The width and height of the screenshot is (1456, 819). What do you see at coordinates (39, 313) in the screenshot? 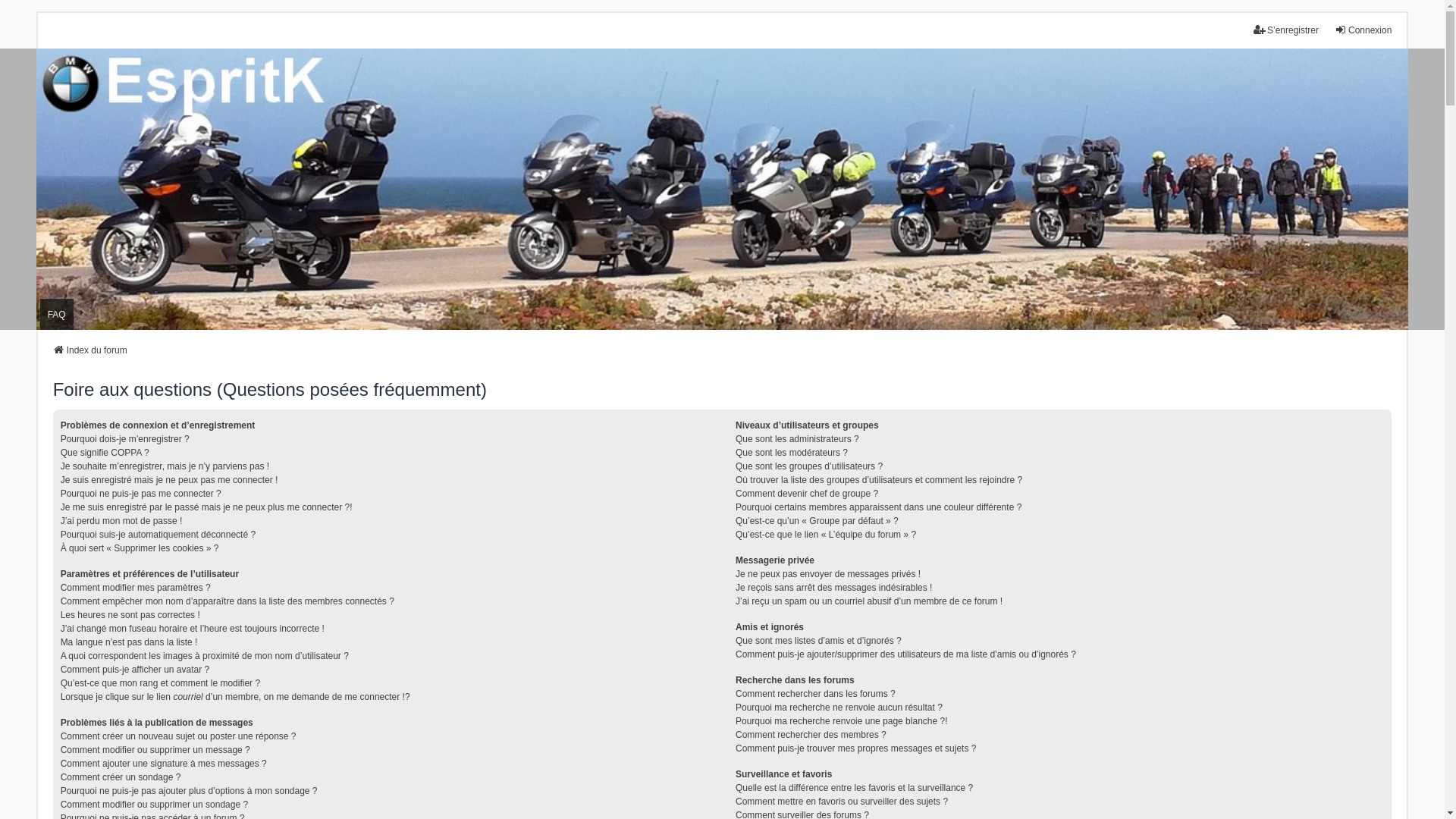
I see `'FAQ'` at bounding box center [39, 313].